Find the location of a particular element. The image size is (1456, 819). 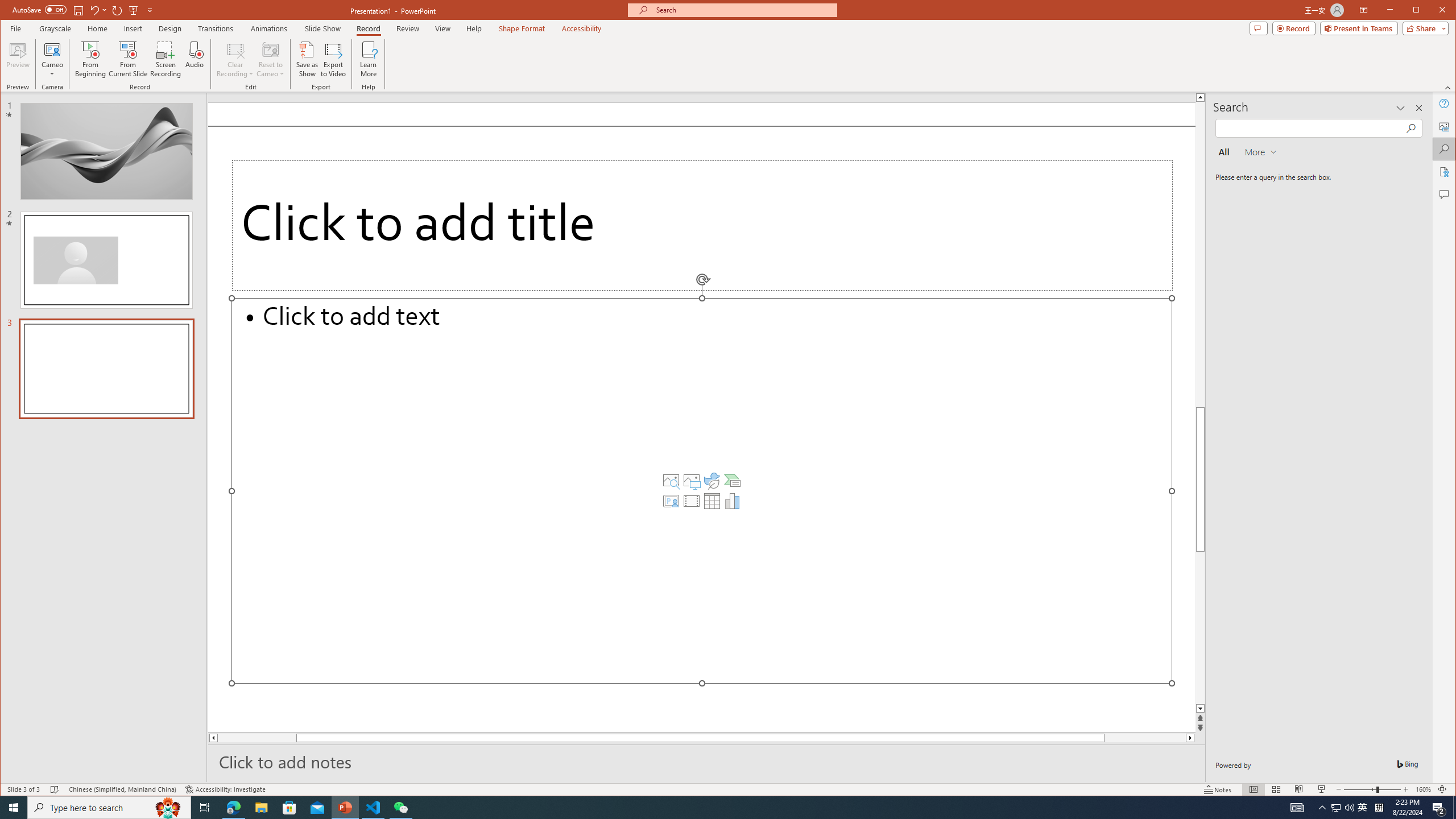

'Clear Recording' is located at coordinates (234, 59).